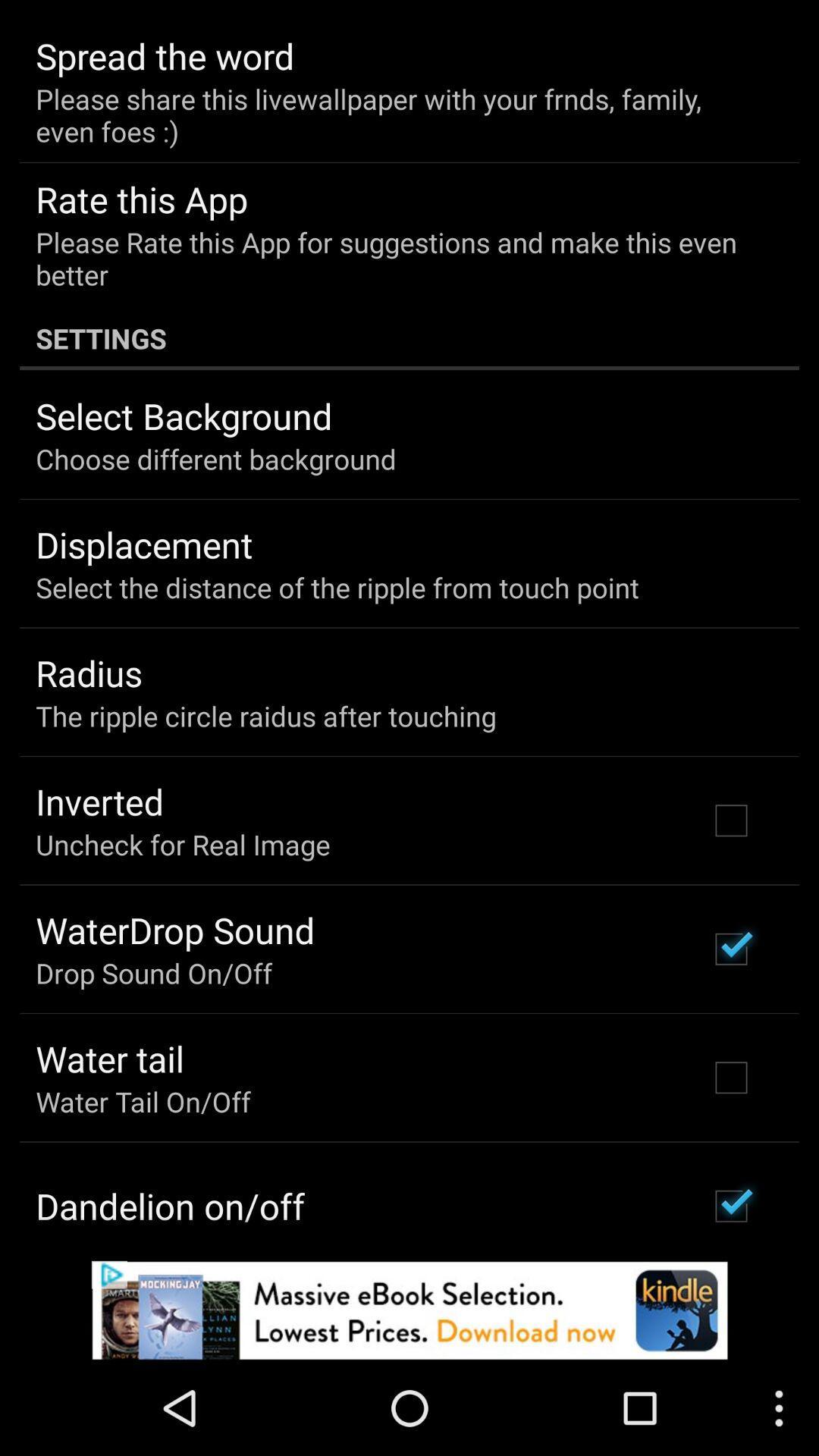 The image size is (819, 1456). Describe the element at coordinates (409, 1310) in the screenshot. I see `pop up advertisement` at that location.